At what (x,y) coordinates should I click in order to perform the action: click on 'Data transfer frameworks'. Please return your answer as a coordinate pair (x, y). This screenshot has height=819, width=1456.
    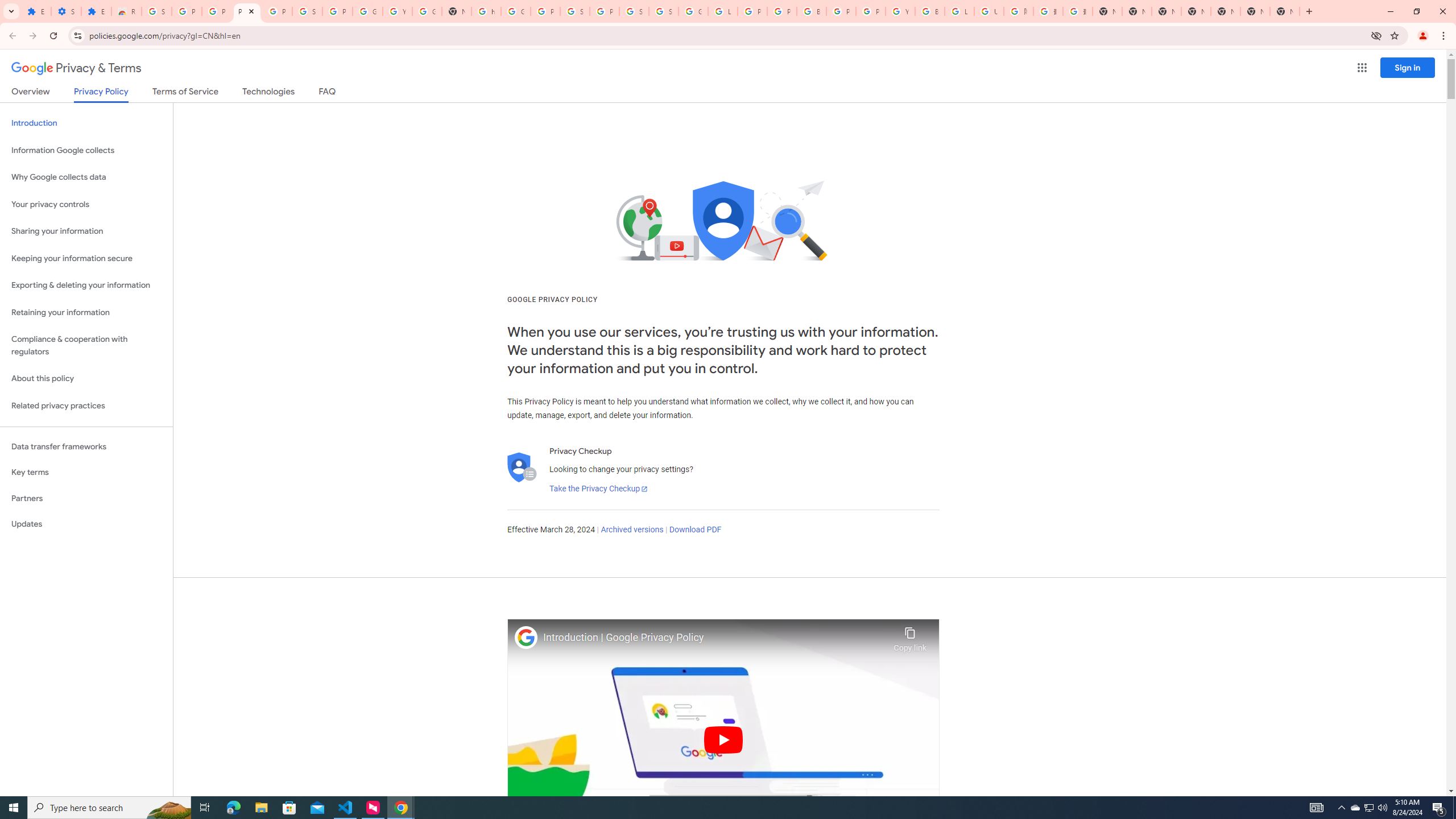
    Looking at the image, I should click on (86, 446).